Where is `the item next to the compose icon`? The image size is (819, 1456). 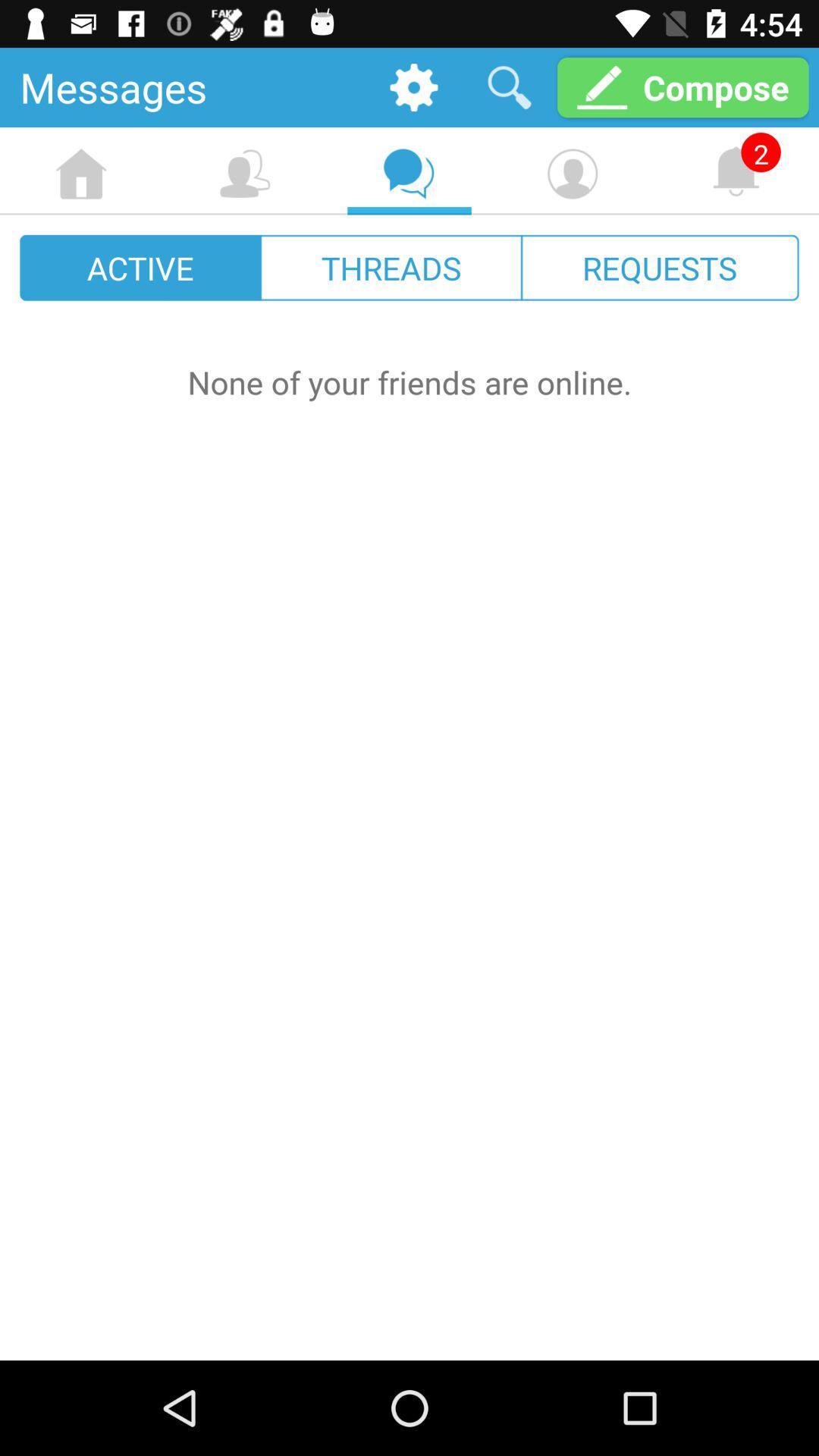
the item next to the compose icon is located at coordinates (509, 86).